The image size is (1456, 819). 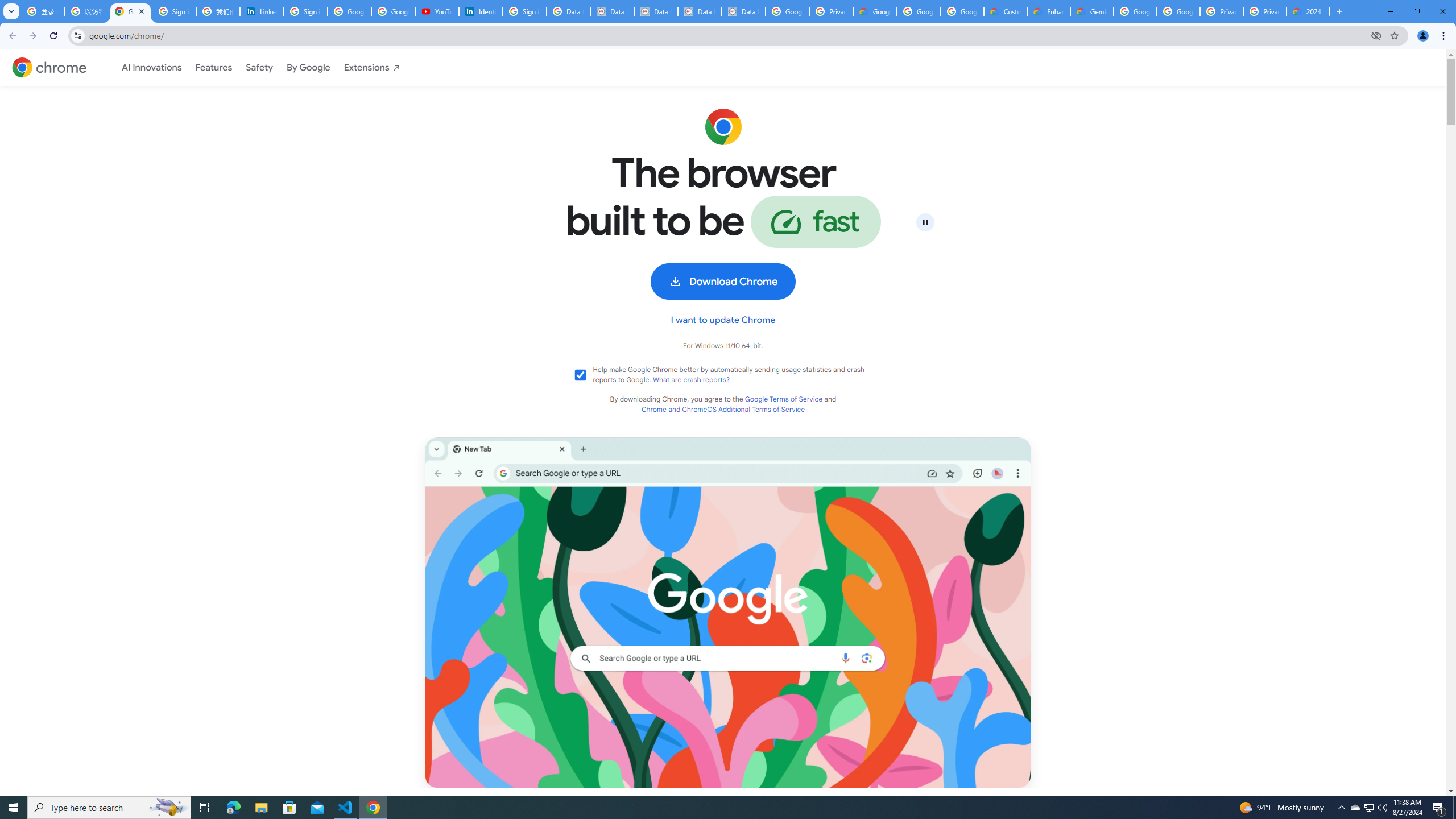 What do you see at coordinates (213, 67) in the screenshot?
I see `'features'` at bounding box center [213, 67].